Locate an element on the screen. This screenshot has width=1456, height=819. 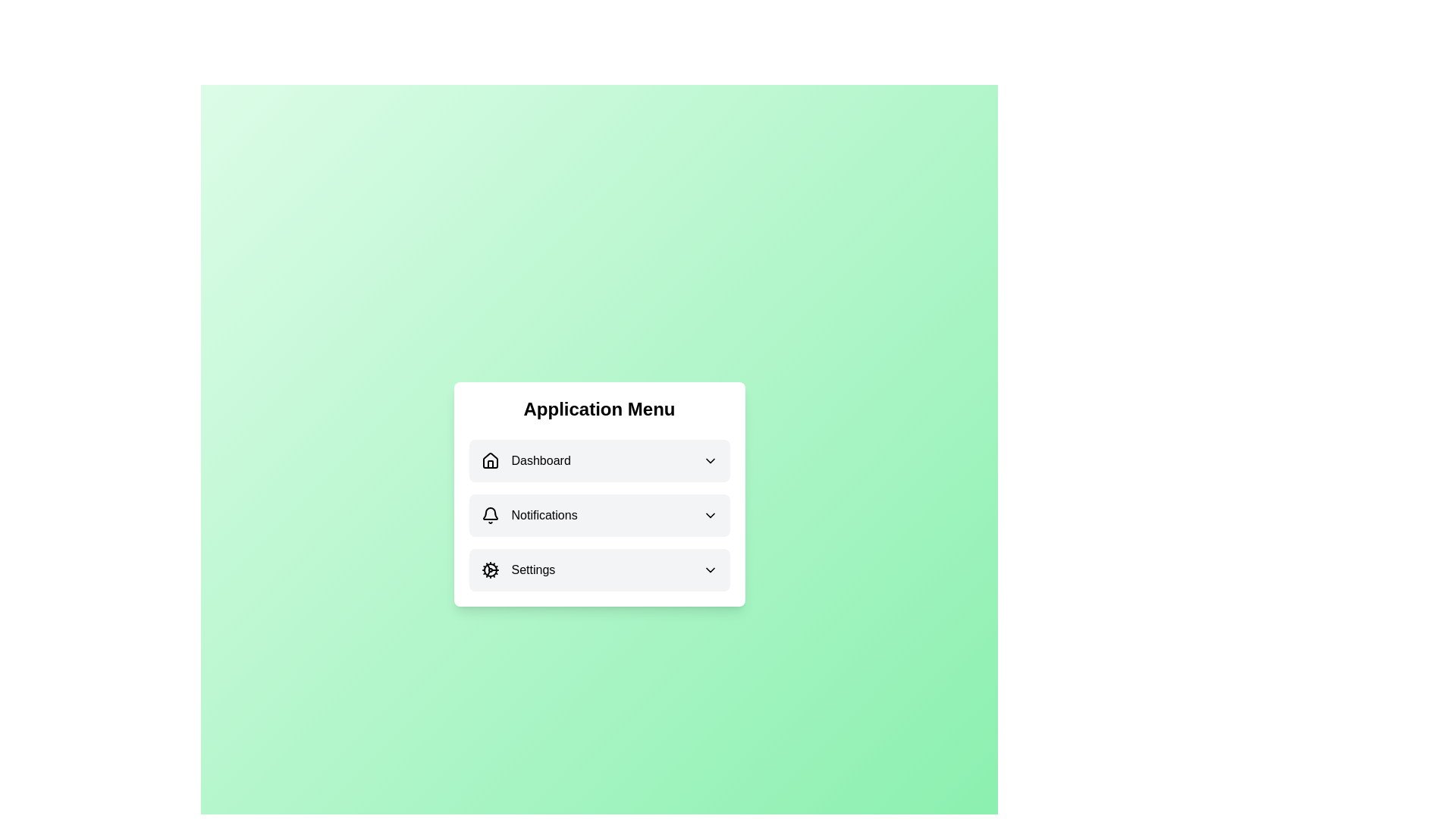
the bell icon located to the left of the 'Notifications' text in the second row of the application menu is located at coordinates (490, 514).